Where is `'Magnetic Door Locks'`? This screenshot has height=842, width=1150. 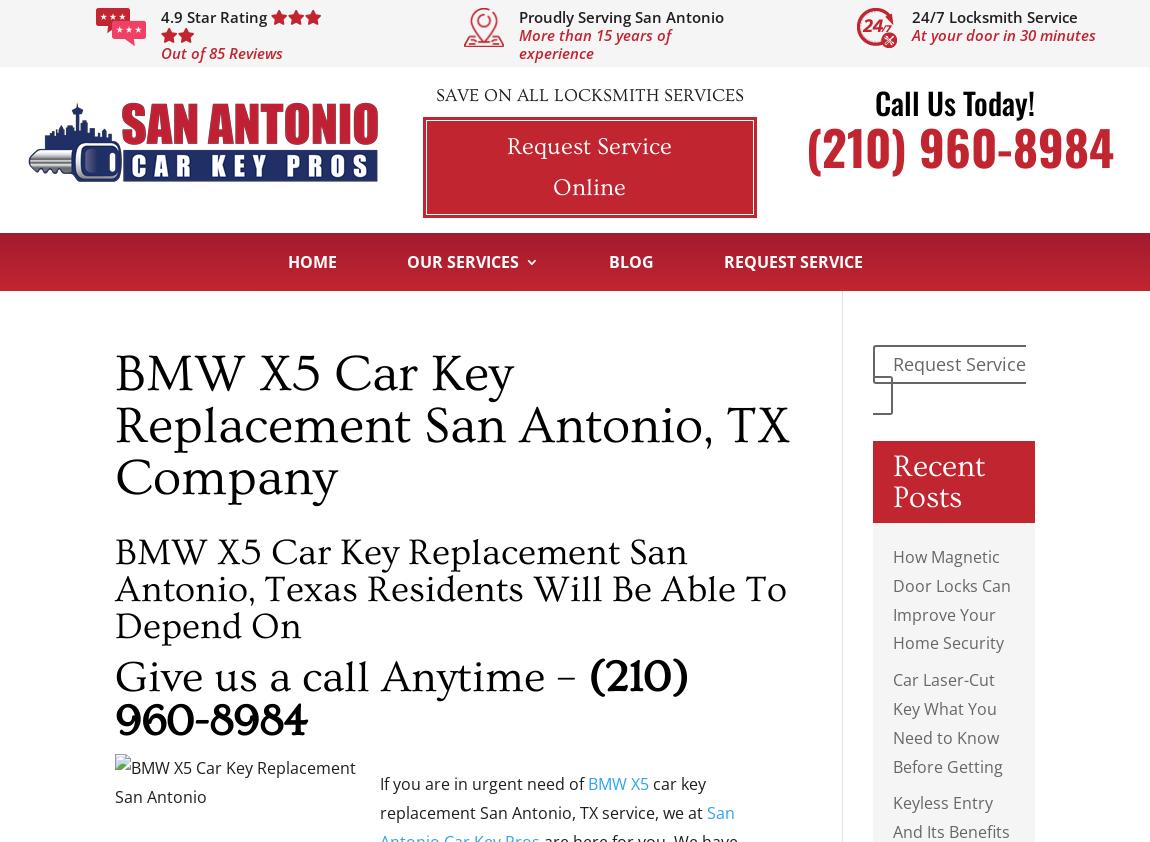
'Magnetic Door Locks' is located at coordinates (713, 540).